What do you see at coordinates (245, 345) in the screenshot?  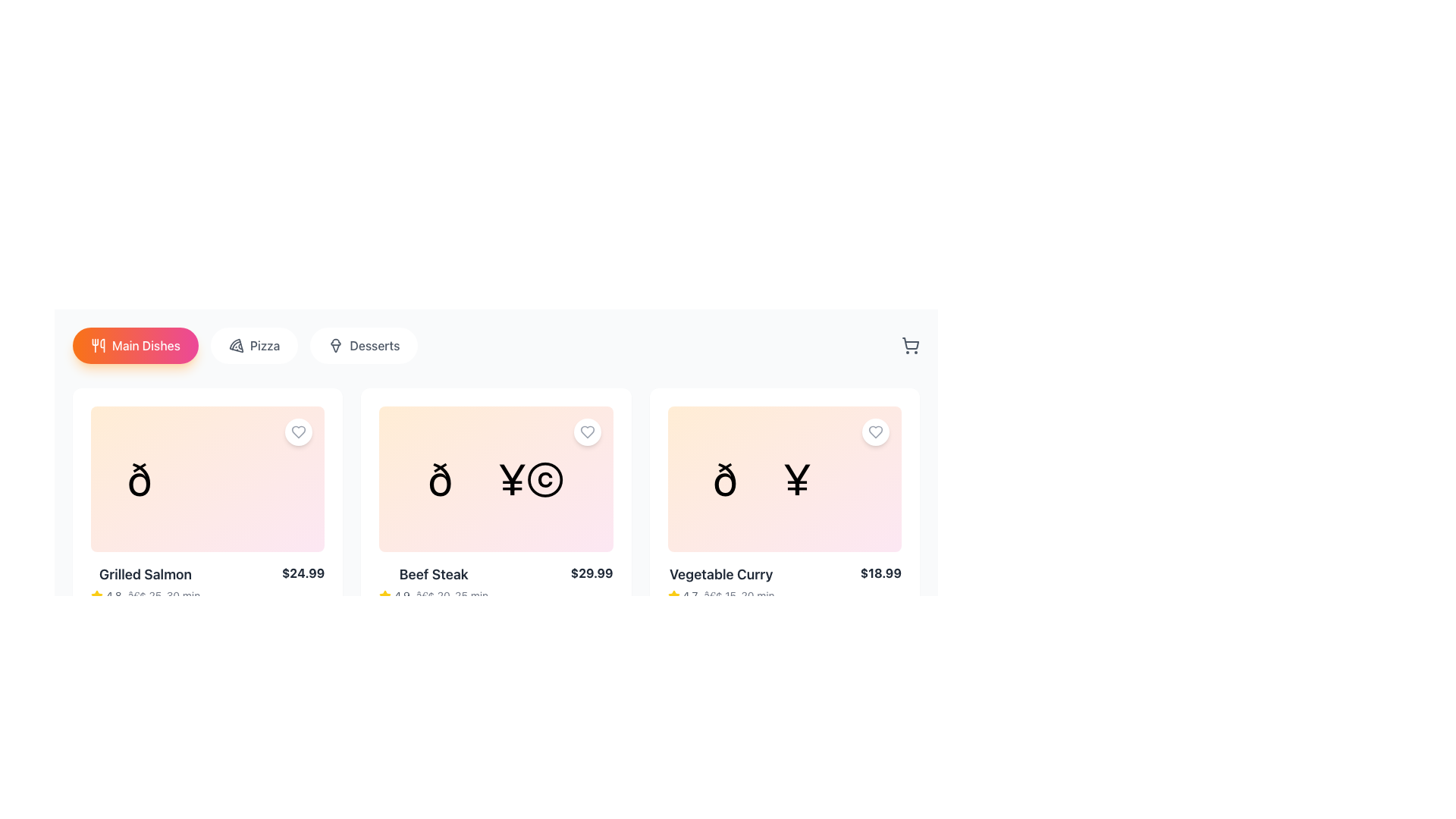 I see `the navigation button for the 'Pizza' category, which is located between 'Main Dishes' and 'Desserts' in the menu section near the top of the page` at bounding box center [245, 345].